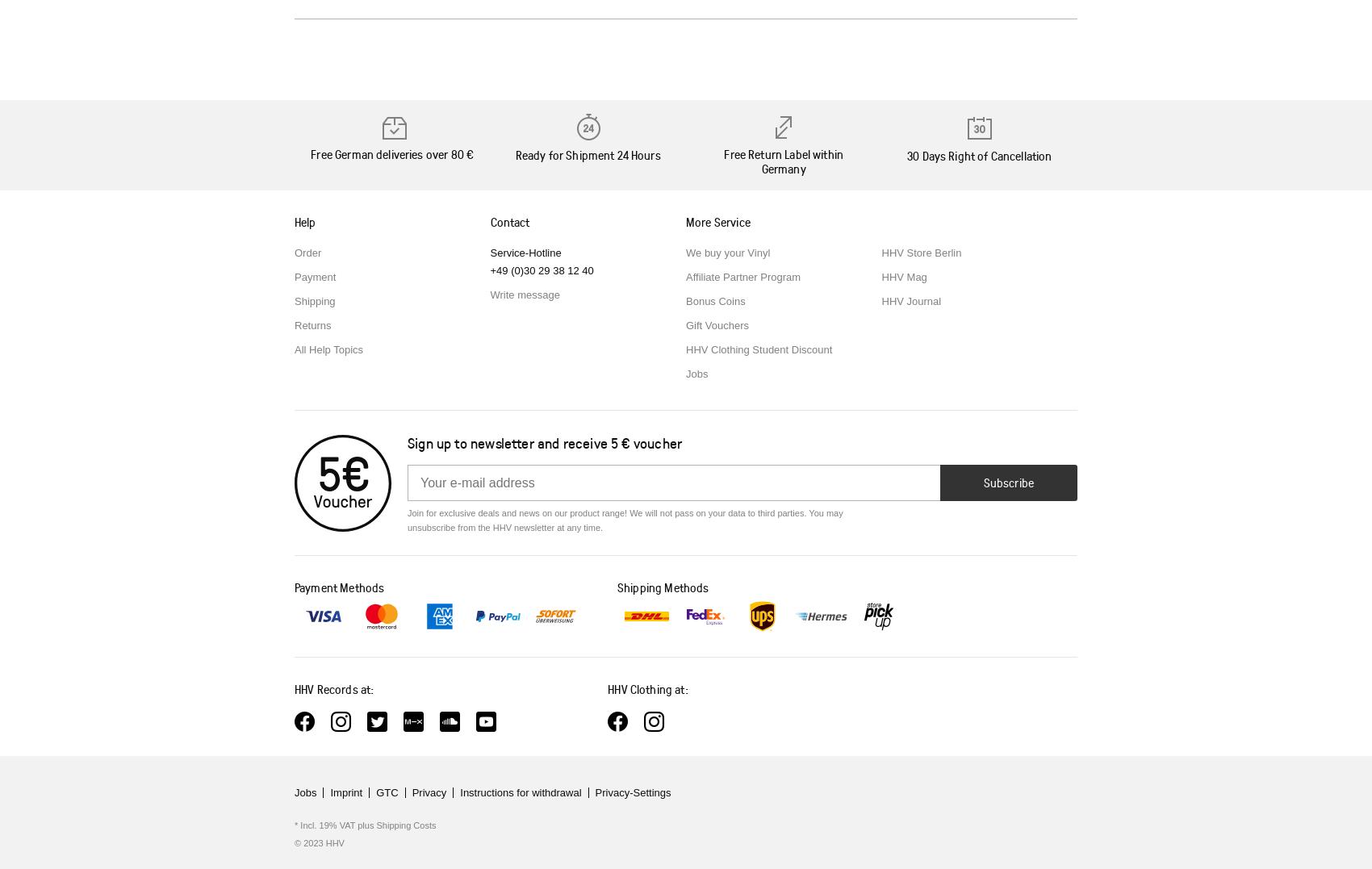  What do you see at coordinates (408, 442) in the screenshot?
I see `'Sign up to newsletter and receive'` at bounding box center [408, 442].